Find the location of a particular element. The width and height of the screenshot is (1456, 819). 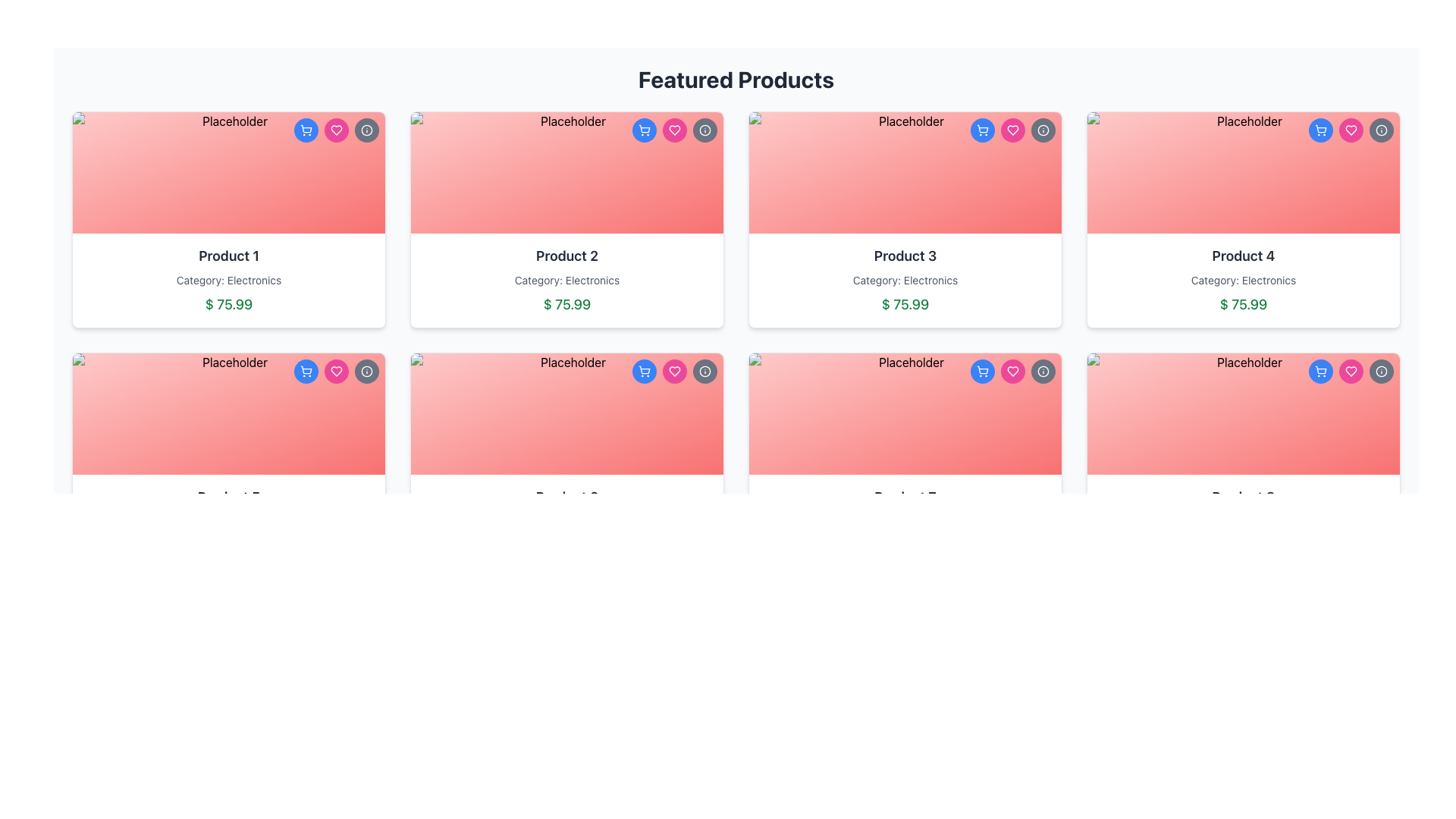

the second blue outlined shopping cart icon located in the top-right region of the 'Product 3' card is located at coordinates (983, 127).